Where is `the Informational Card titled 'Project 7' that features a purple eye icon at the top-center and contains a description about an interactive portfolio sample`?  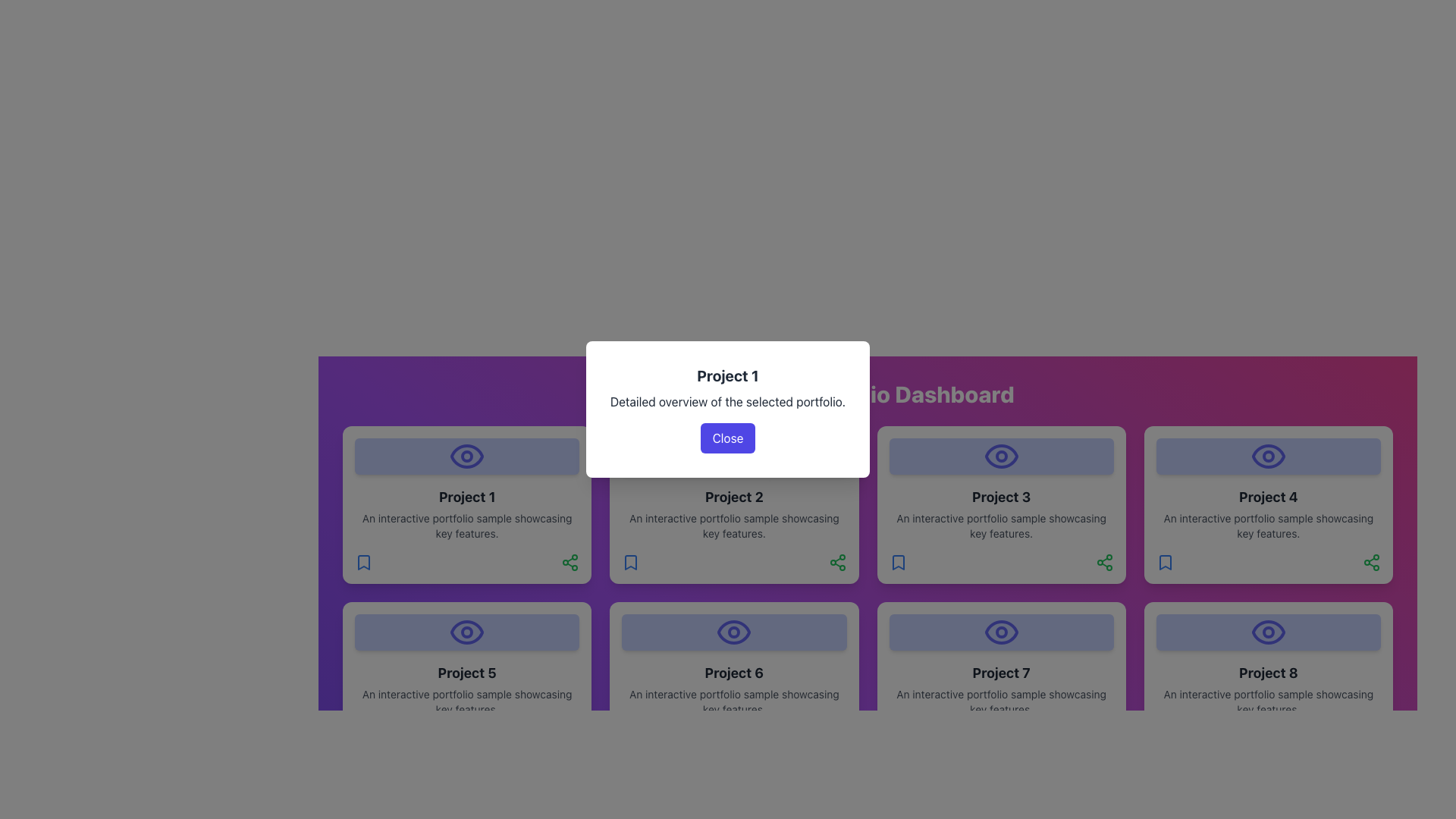
the Informational Card titled 'Project 7' that features a purple eye icon at the top-center and contains a description about an interactive portfolio sample is located at coordinates (1001, 680).